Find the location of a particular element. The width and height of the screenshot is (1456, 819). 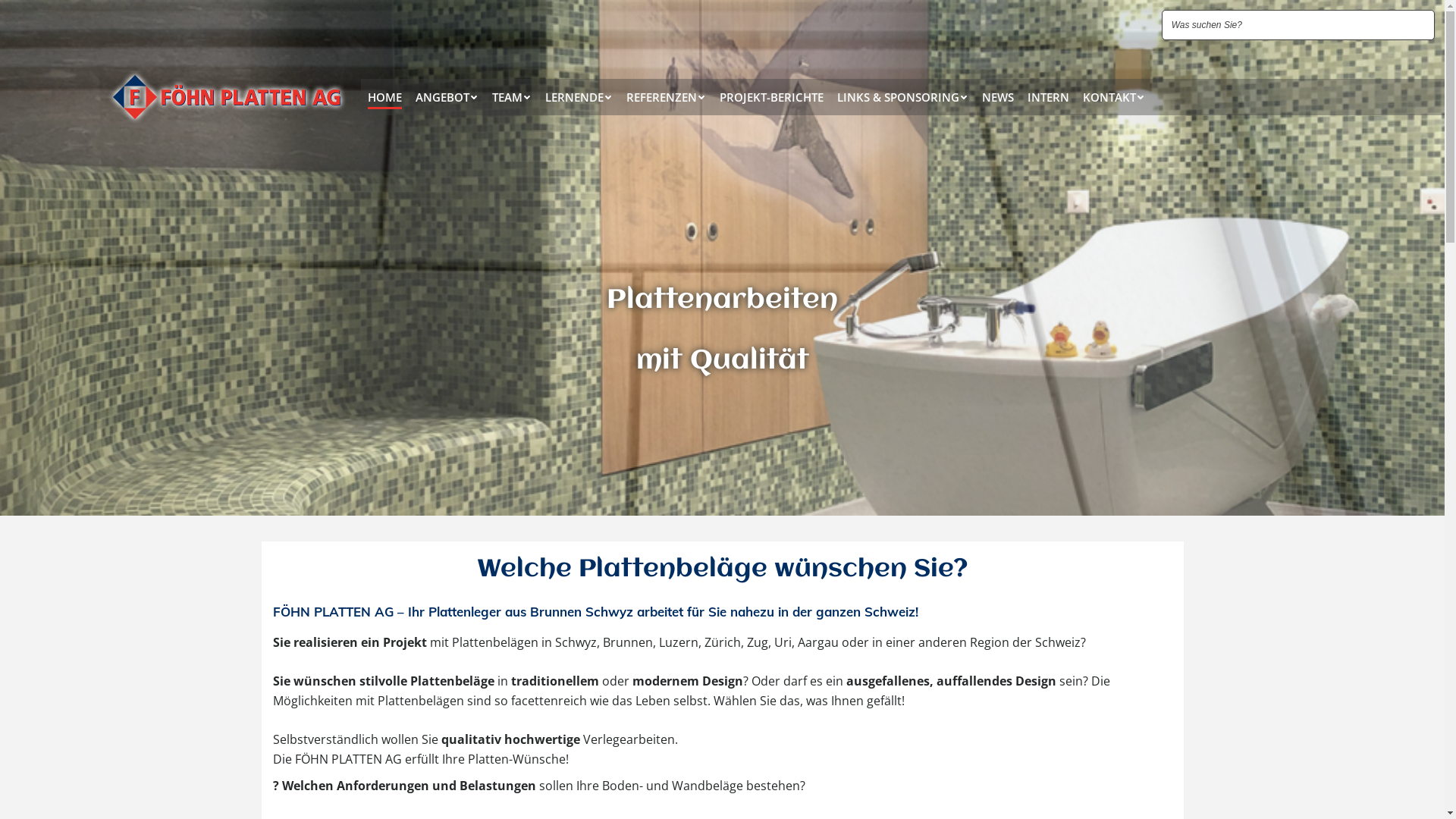

'INTERN' is located at coordinates (1047, 97).